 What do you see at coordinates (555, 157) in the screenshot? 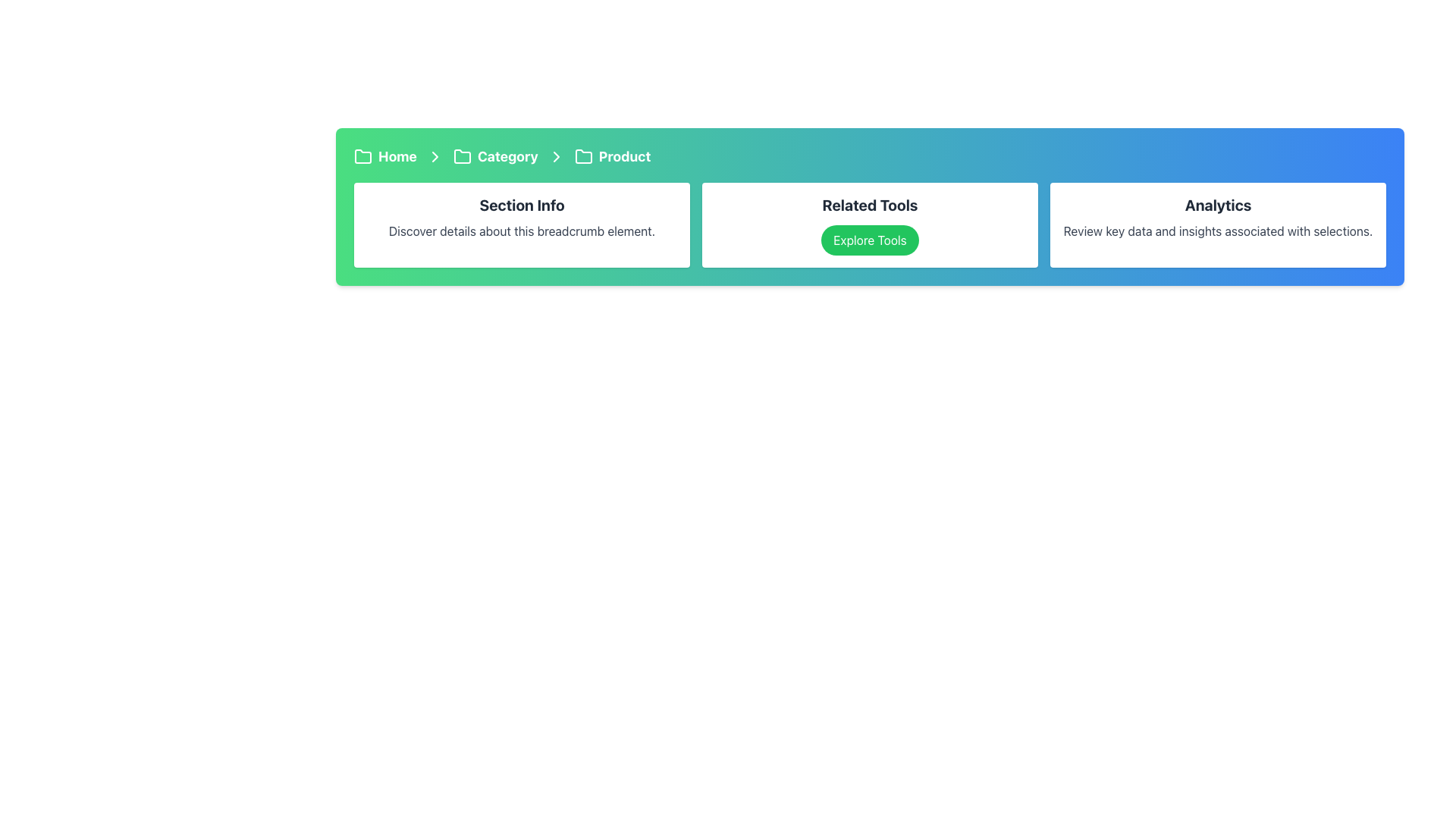
I see `the right-facing chevron icon positioned between the 'Category' and 'Product' breadcrumb items in the breadcrumb navigation bar` at bounding box center [555, 157].